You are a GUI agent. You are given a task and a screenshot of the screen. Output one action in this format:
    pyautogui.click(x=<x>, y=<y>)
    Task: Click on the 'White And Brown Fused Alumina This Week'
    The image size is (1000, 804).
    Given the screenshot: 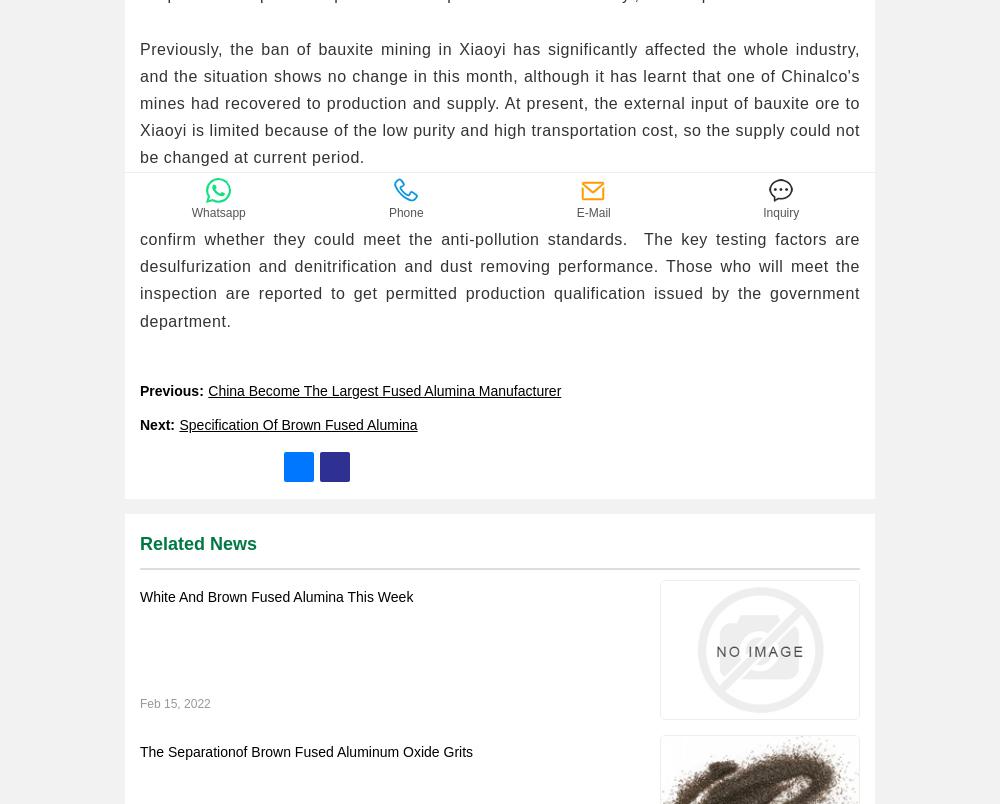 What is the action you would take?
    pyautogui.click(x=140, y=595)
    